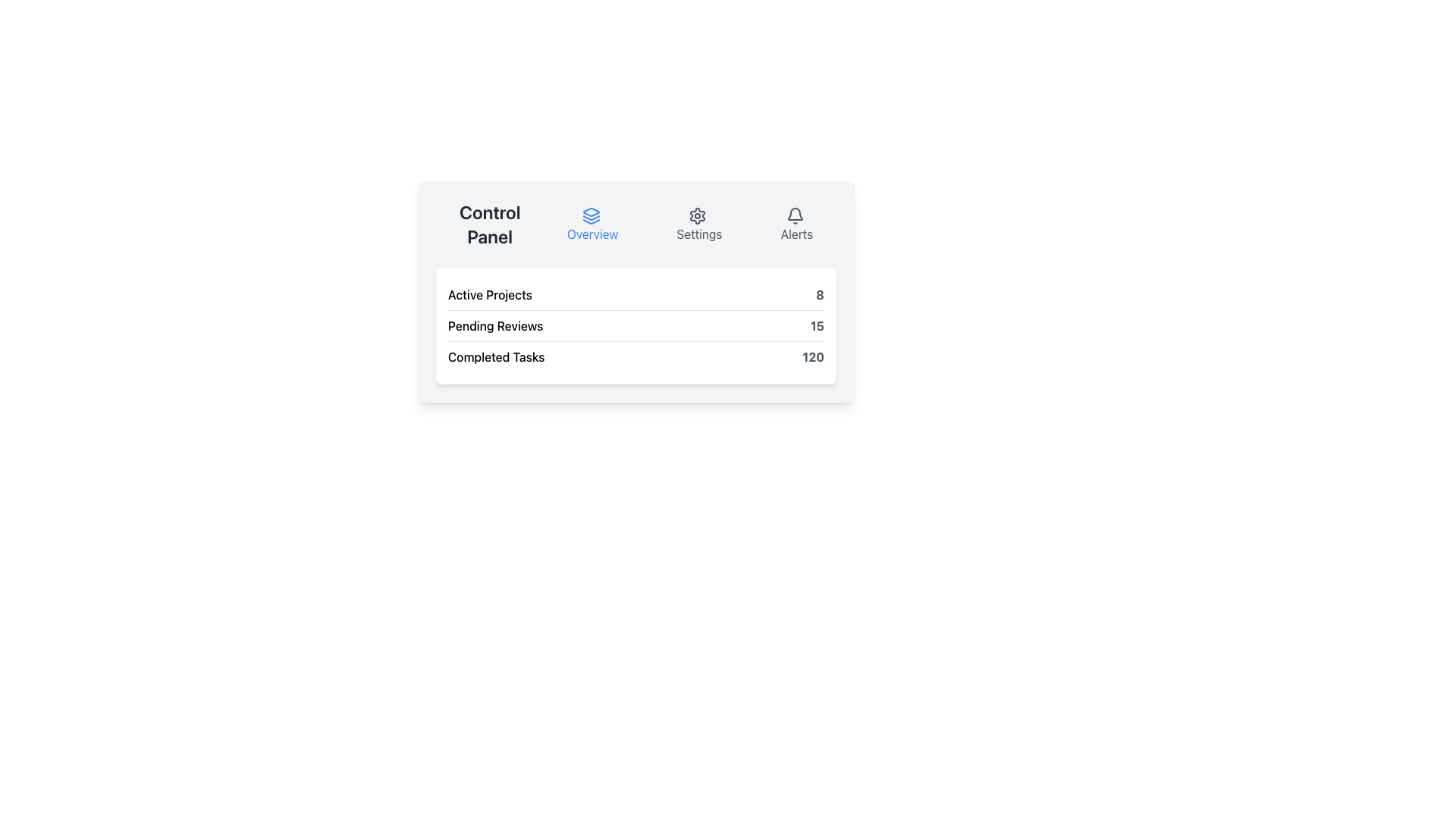  Describe the element at coordinates (794, 215) in the screenshot. I see `the bell-shaped icon located in the top-right corner of the control panel interface` at that location.